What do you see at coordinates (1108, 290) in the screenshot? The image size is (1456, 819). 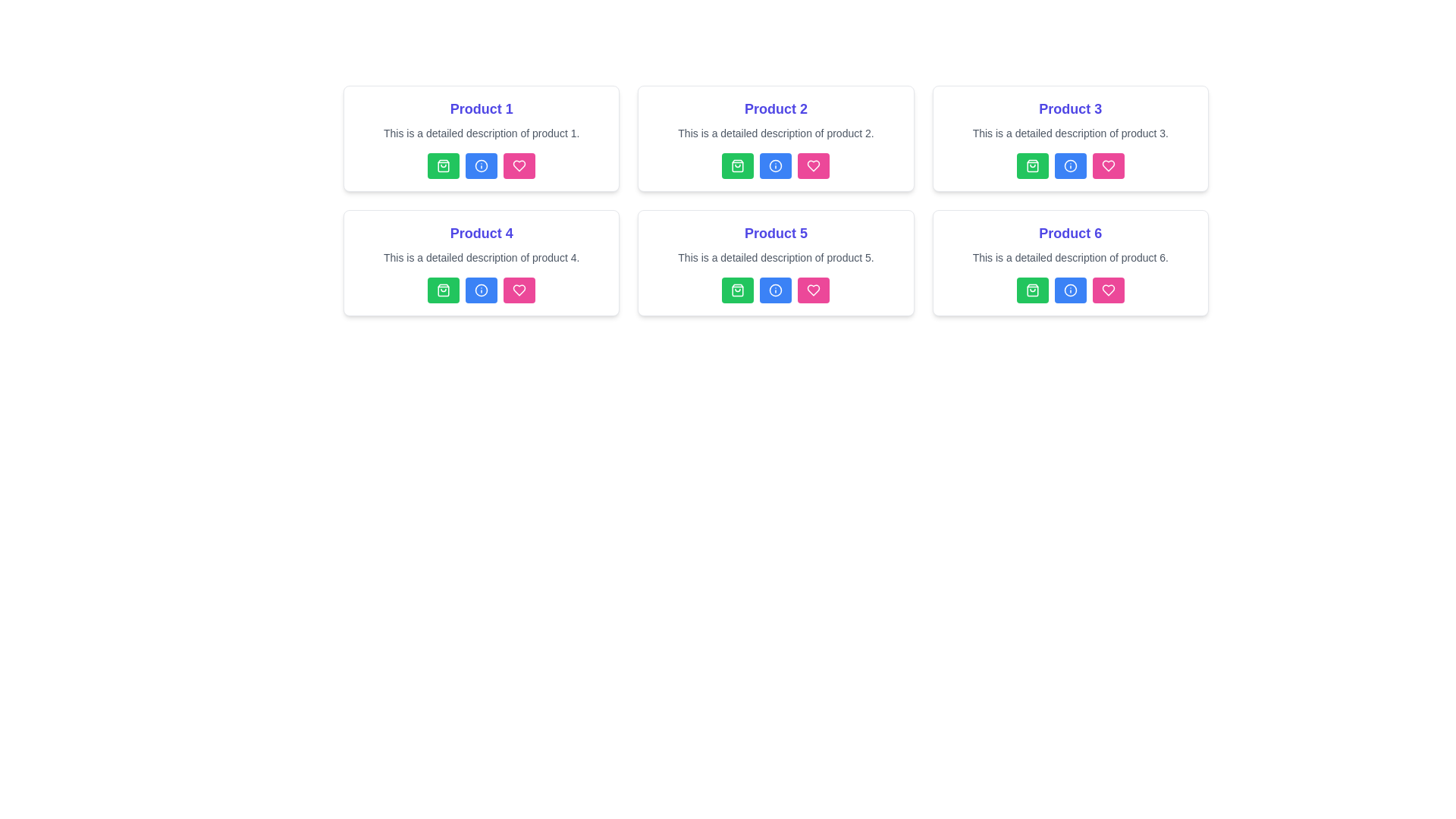 I see `the pink heart-like icon, which is the third icon in the action button row below the 'Product 6' description` at bounding box center [1108, 290].